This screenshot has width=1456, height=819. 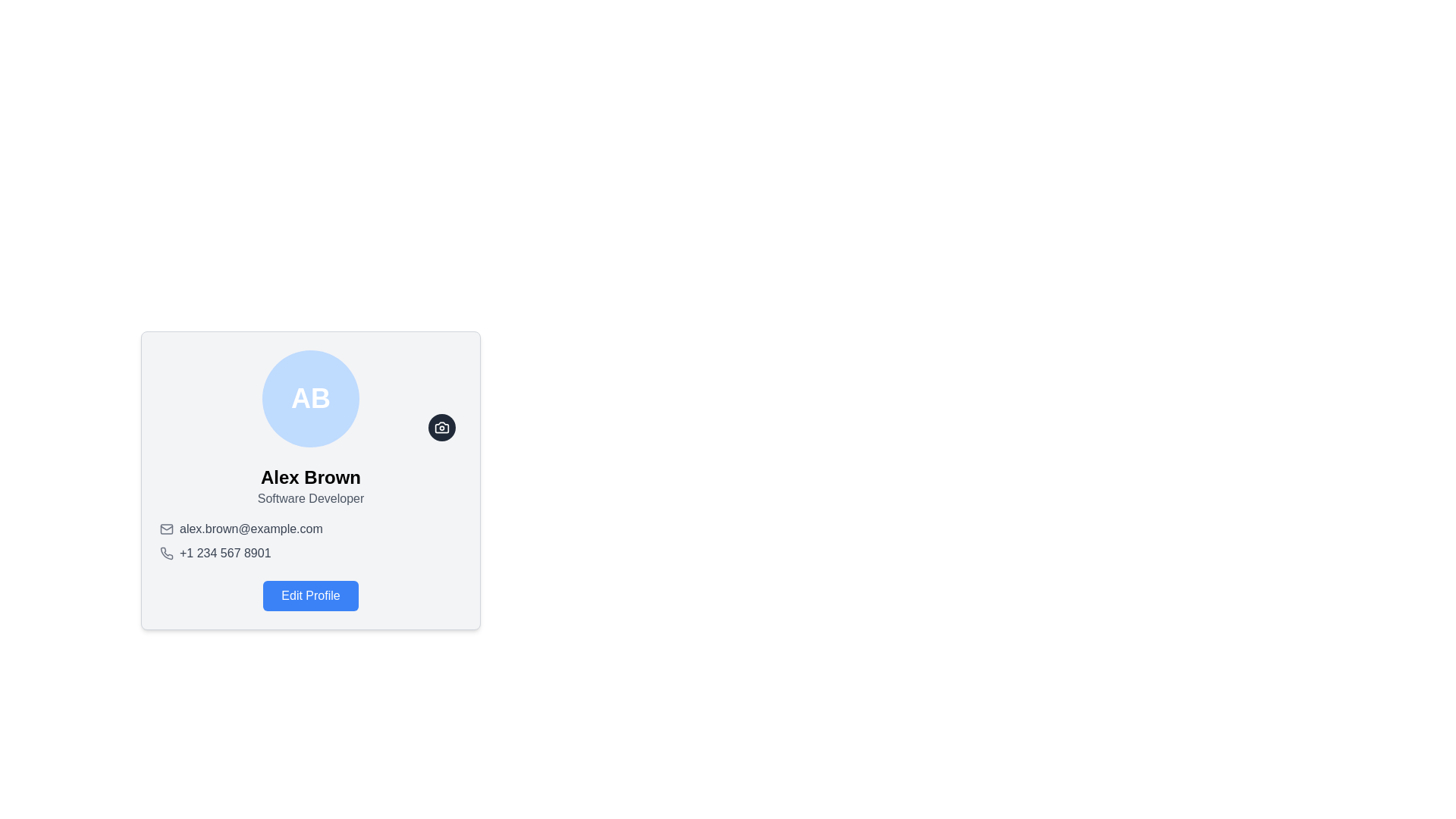 I want to click on the mail icon shaped like an envelope, which is located immediately to the left of the email address 'alex.brown@example.com', so click(x=167, y=529).